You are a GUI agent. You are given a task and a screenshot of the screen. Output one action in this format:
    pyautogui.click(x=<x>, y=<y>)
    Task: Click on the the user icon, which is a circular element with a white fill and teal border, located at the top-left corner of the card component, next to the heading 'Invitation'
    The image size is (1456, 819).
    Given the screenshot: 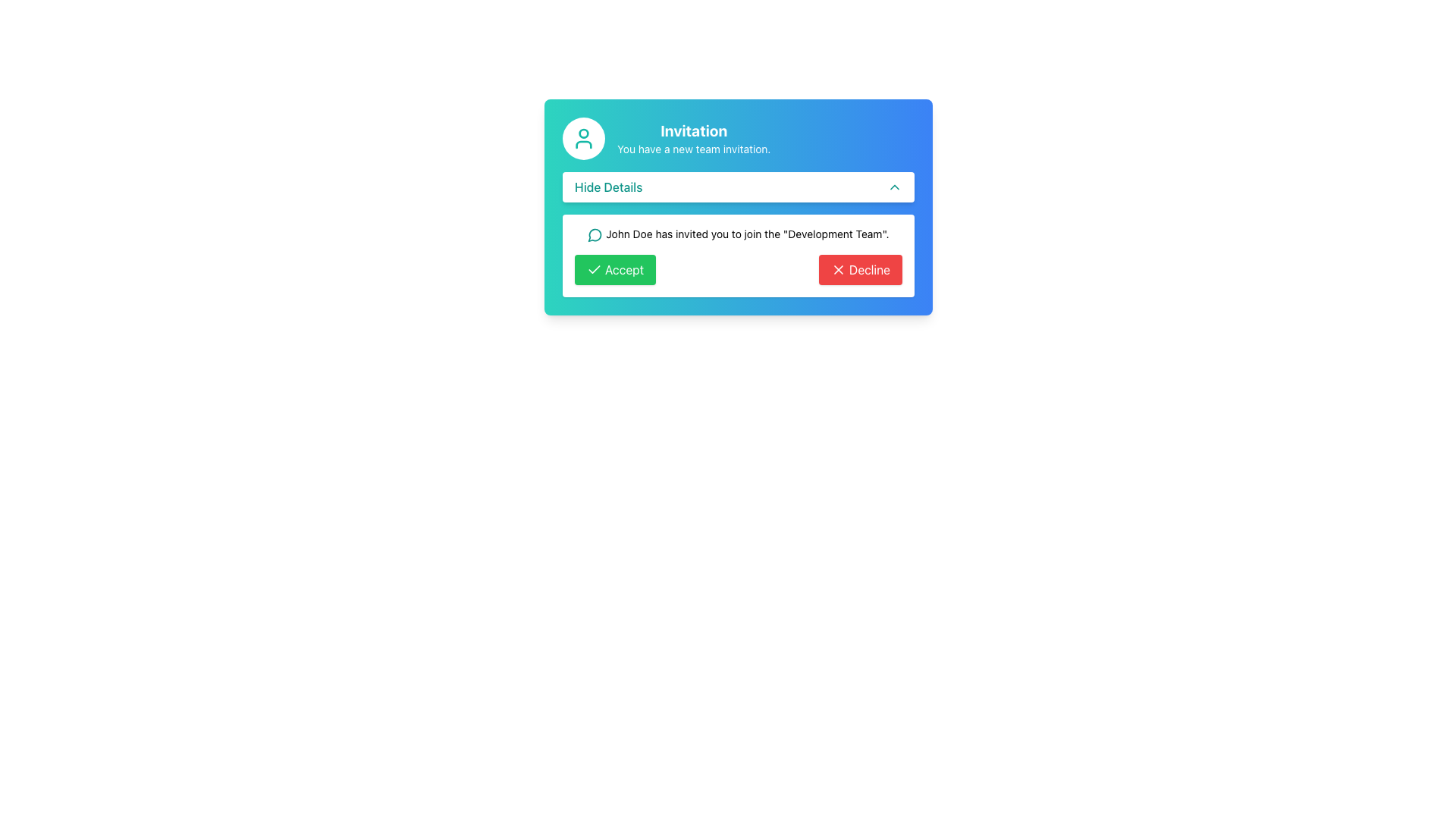 What is the action you would take?
    pyautogui.click(x=582, y=138)
    